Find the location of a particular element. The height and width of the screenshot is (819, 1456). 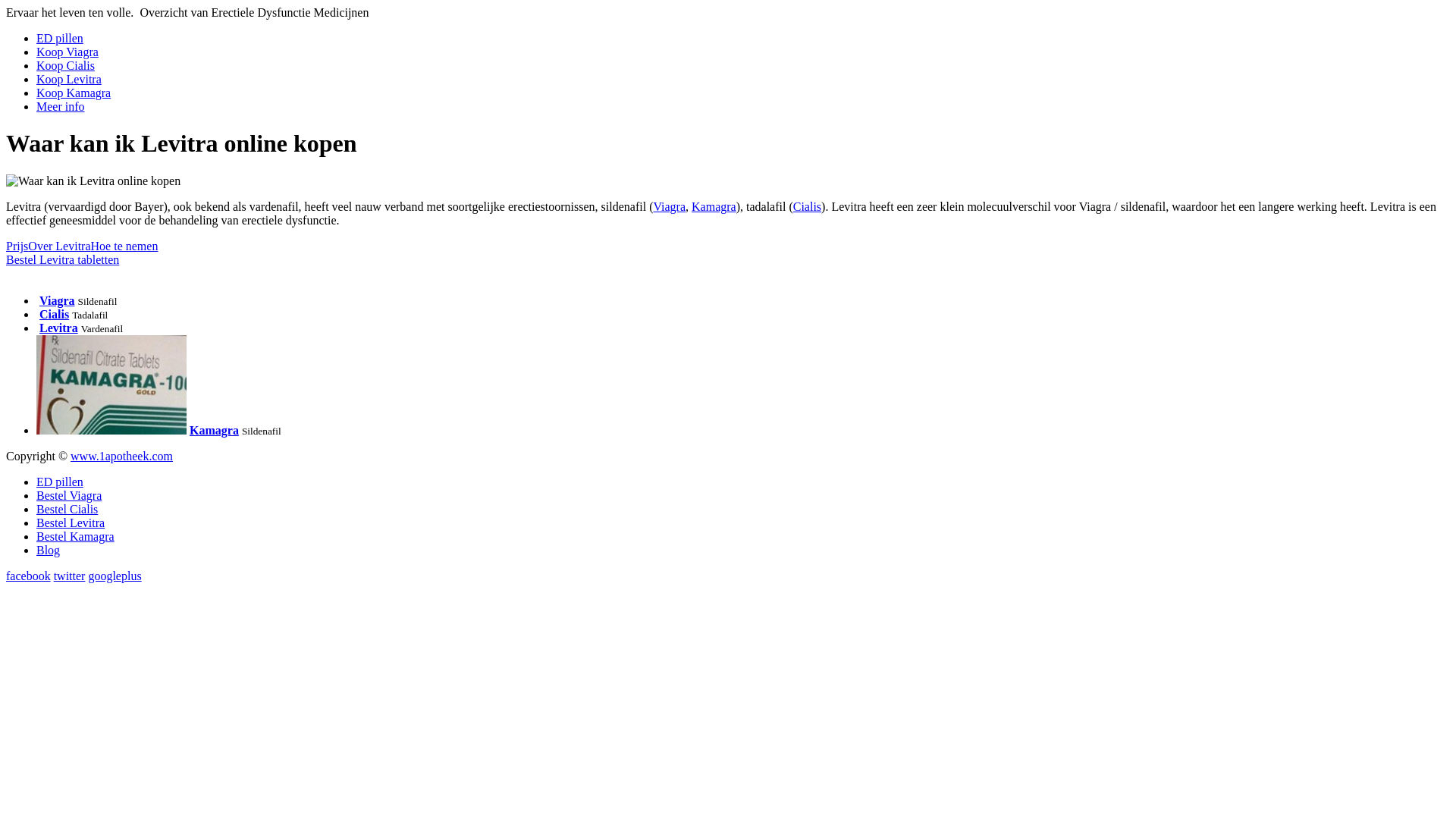

'Koop Levitra' is located at coordinates (36, 79).